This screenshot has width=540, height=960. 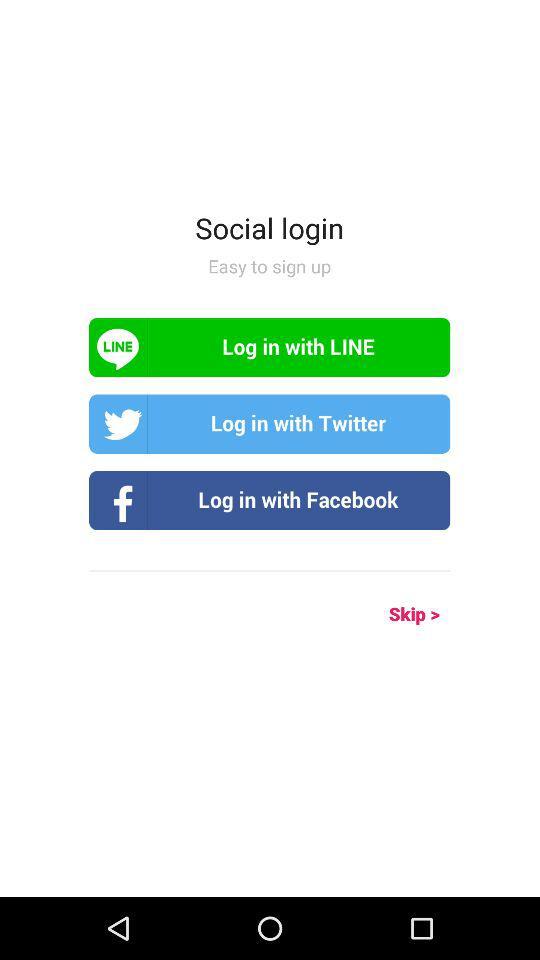 I want to click on login with facebook, so click(x=269, y=499).